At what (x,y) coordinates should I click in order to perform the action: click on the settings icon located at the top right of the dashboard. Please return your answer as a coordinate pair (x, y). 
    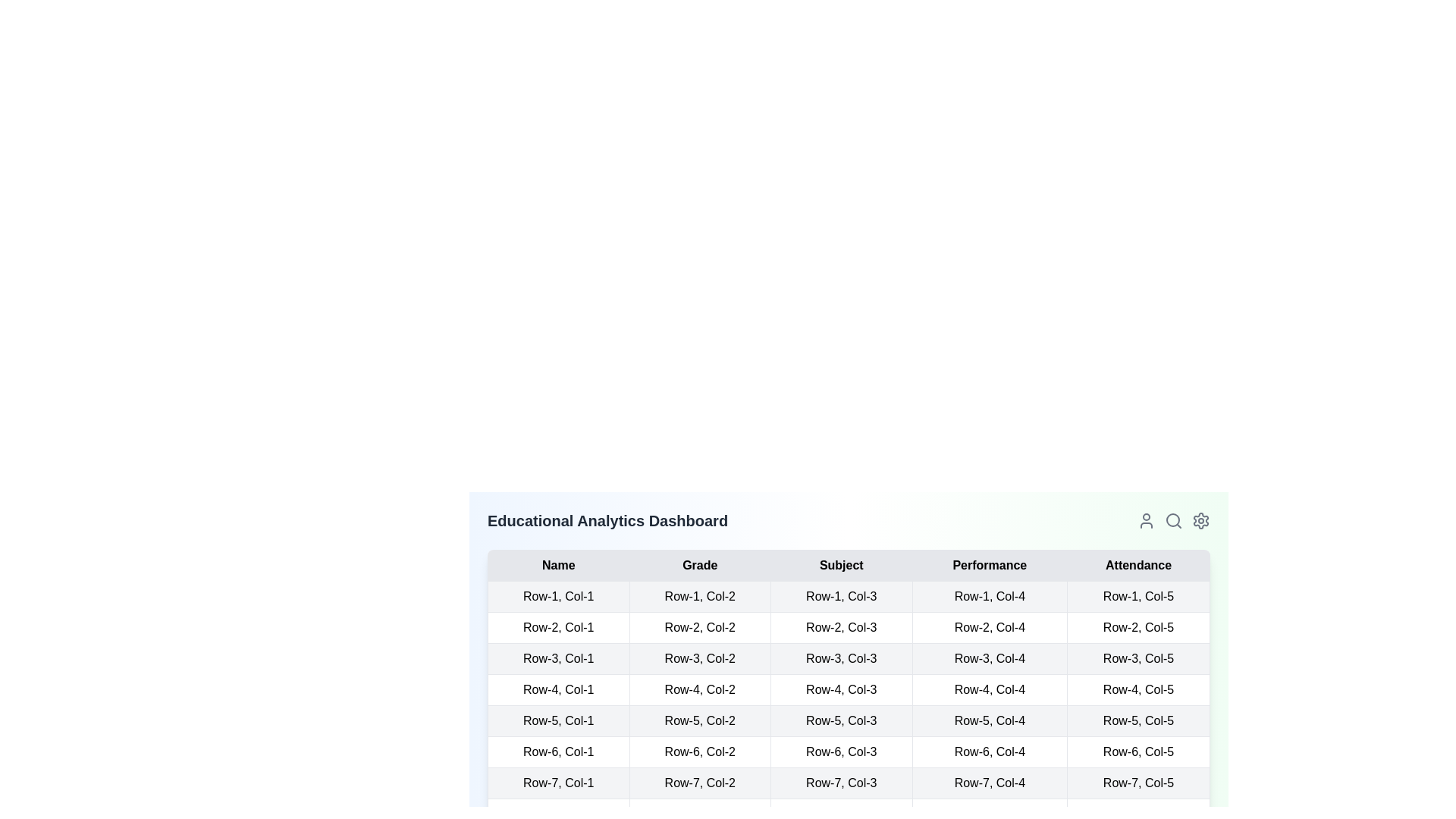
    Looking at the image, I should click on (1200, 519).